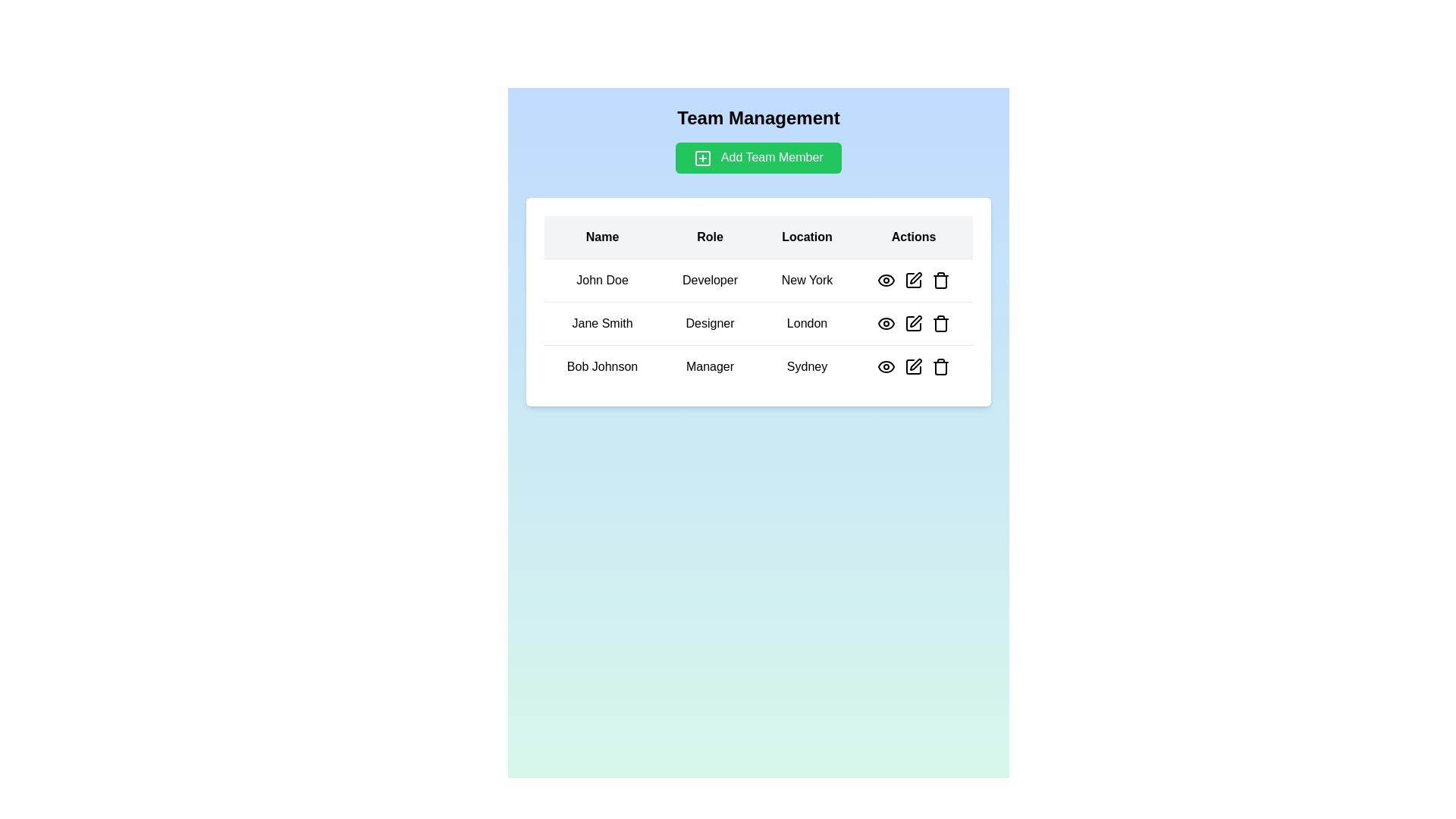 This screenshot has width=1456, height=819. I want to click on the text label that provides the name of an individual in the team management table, located in the second row under the 'Name' column, so click(601, 322).